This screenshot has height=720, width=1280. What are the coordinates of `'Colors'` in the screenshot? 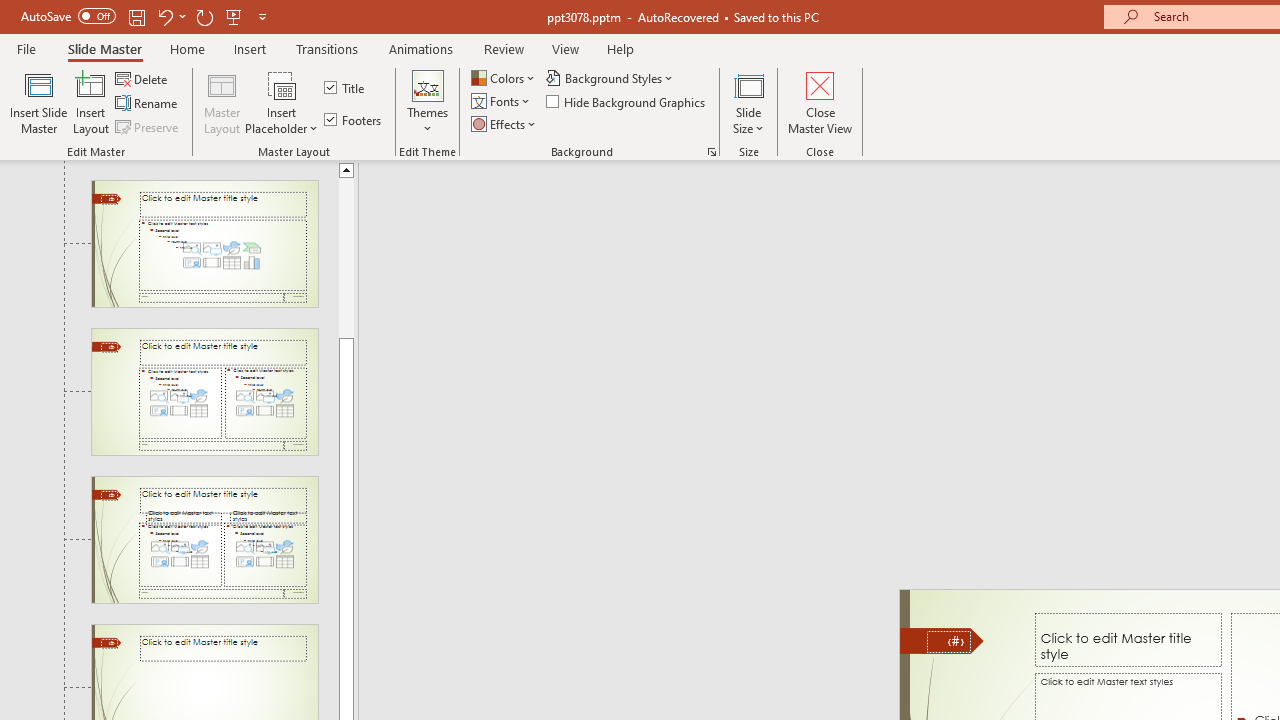 It's located at (504, 77).